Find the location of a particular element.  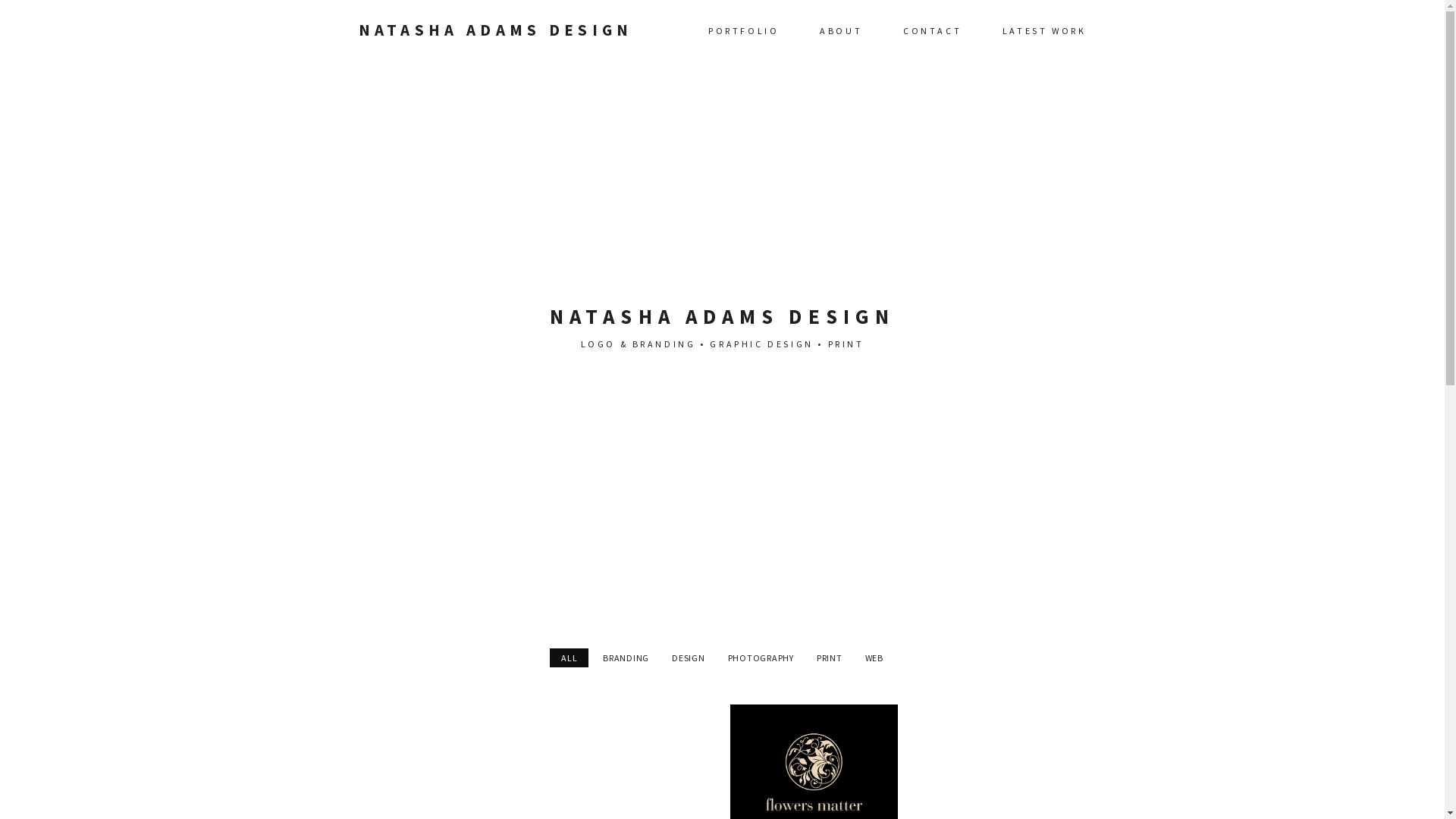

'BRANDING' is located at coordinates (626, 657).